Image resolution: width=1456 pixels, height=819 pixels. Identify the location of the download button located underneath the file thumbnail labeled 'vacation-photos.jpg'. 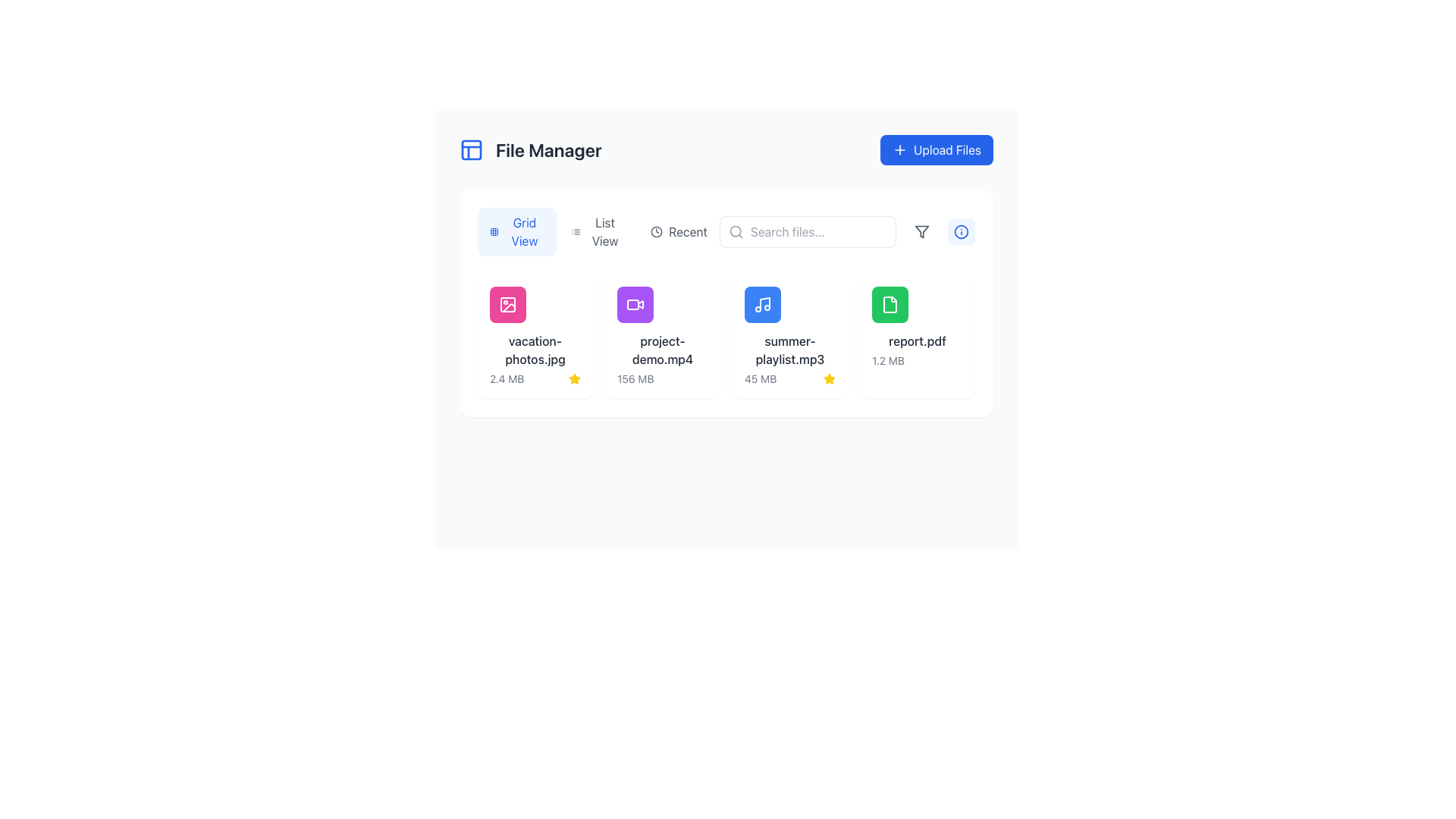
(503, 376).